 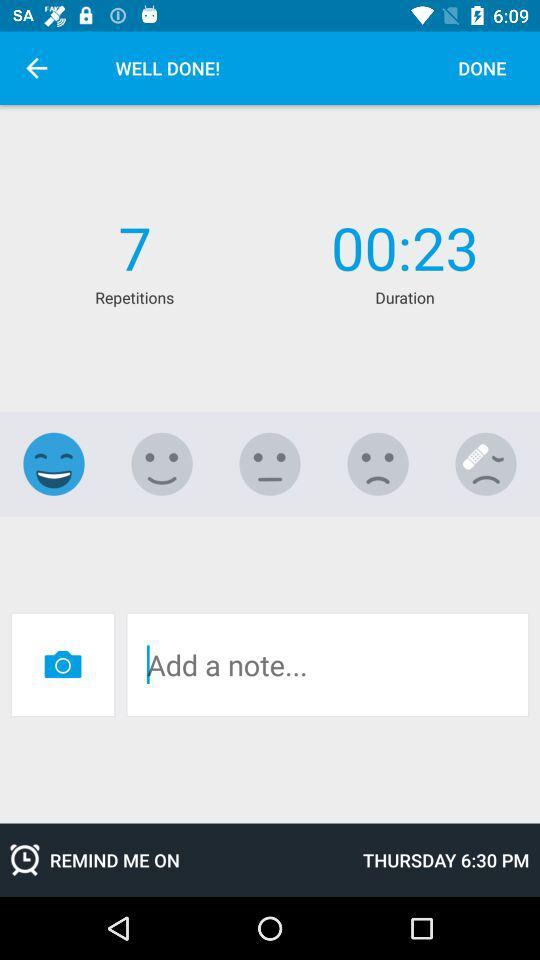 What do you see at coordinates (446, 859) in the screenshot?
I see `thursday 6 30 item` at bounding box center [446, 859].